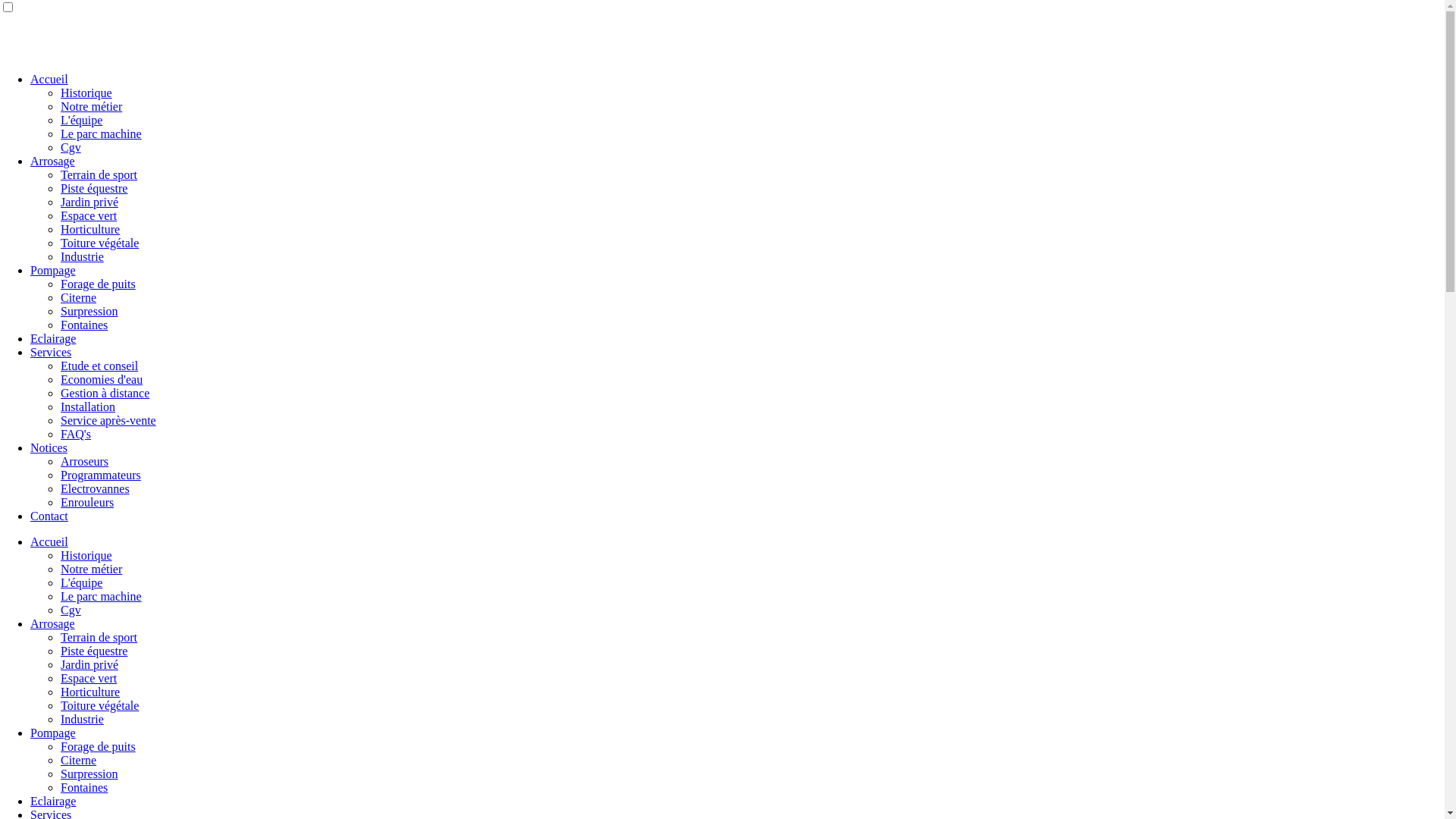 This screenshot has width=1456, height=819. Describe the element at coordinates (98, 637) in the screenshot. I see `'Terrain de sport'` at that location.